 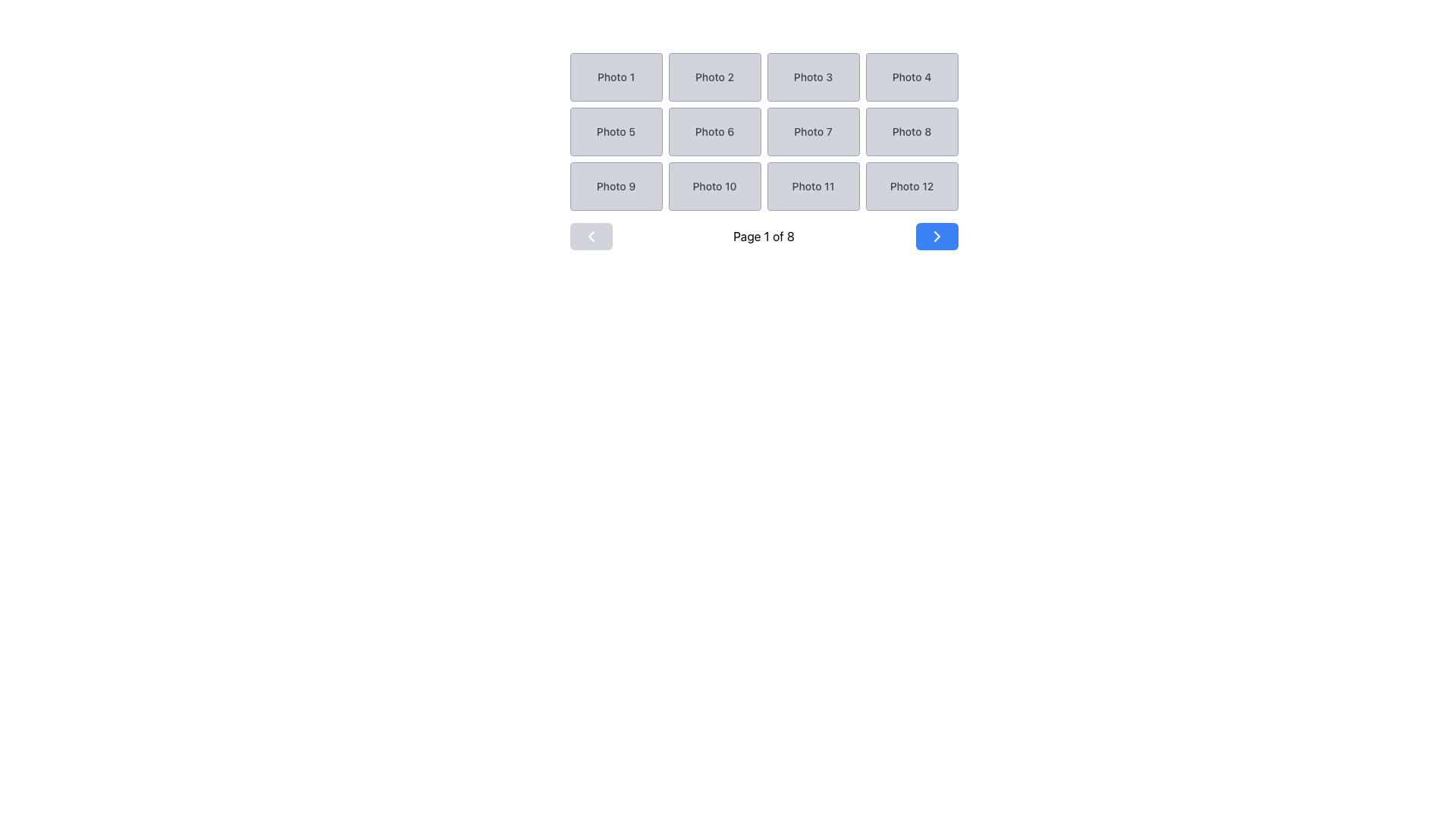 I want to click on the button labeled 'Photo 4', which is a rectangular button with rounded corners, light gray background, and dark gray border, located in the first row and fourth column of the grid, so click(x=911, y=77).